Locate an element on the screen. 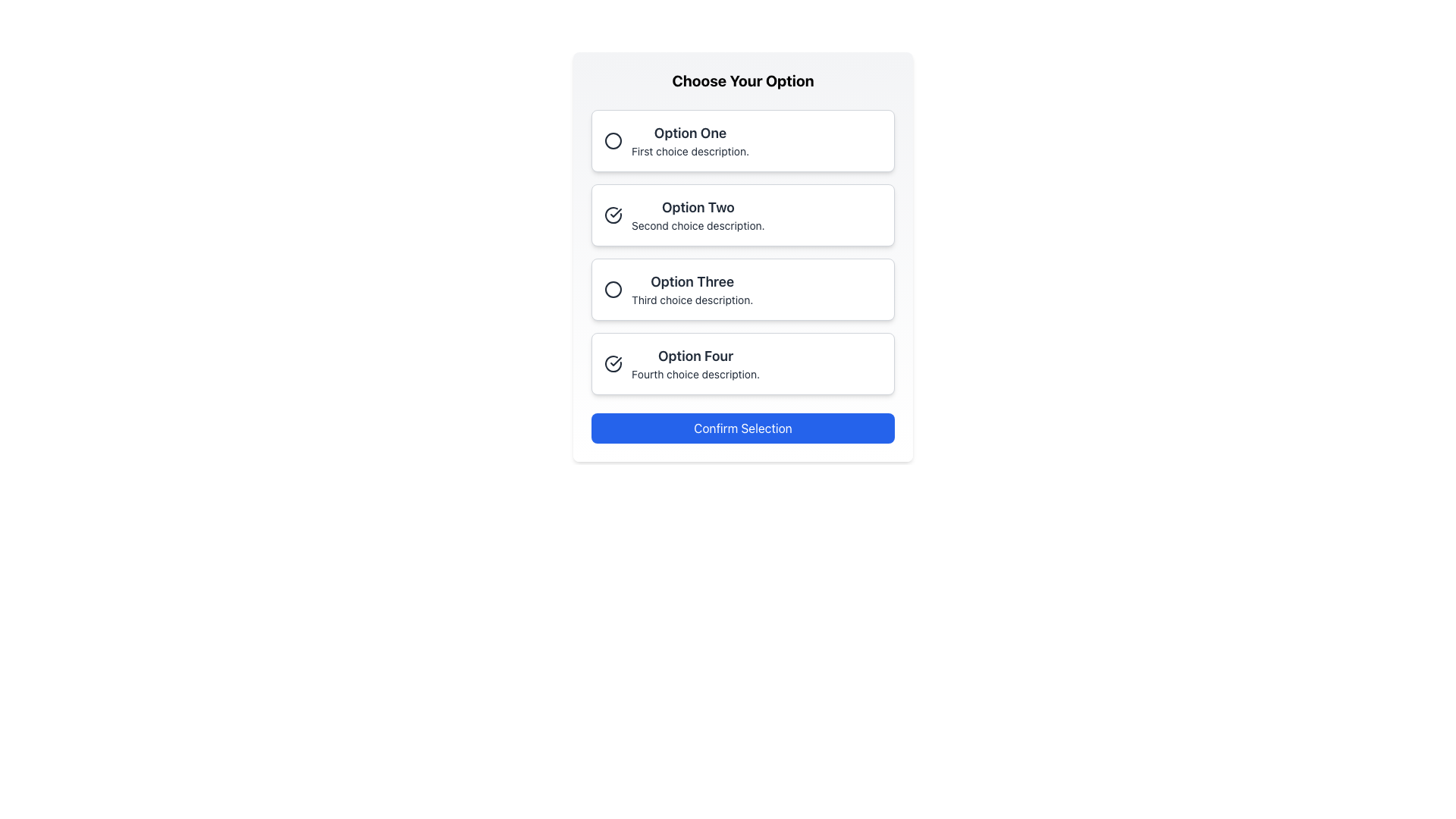 This screenshot has height=819, width=1456. the first selectable option label in the list, which serves as the title for that option is located at coordinates (689, 133).